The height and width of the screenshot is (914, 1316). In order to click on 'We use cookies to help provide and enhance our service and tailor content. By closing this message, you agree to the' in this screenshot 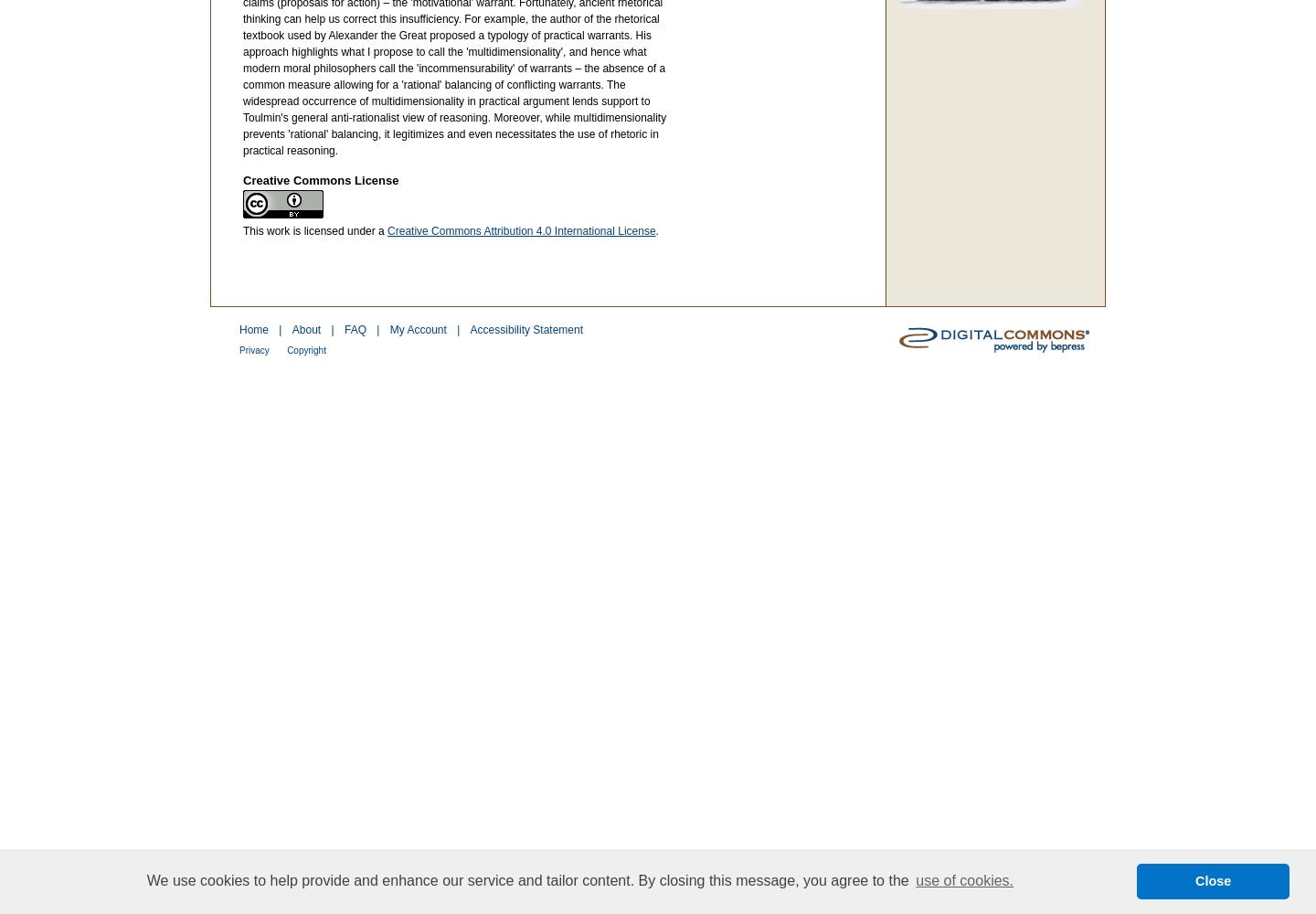, I will do `click(529, 879)`.